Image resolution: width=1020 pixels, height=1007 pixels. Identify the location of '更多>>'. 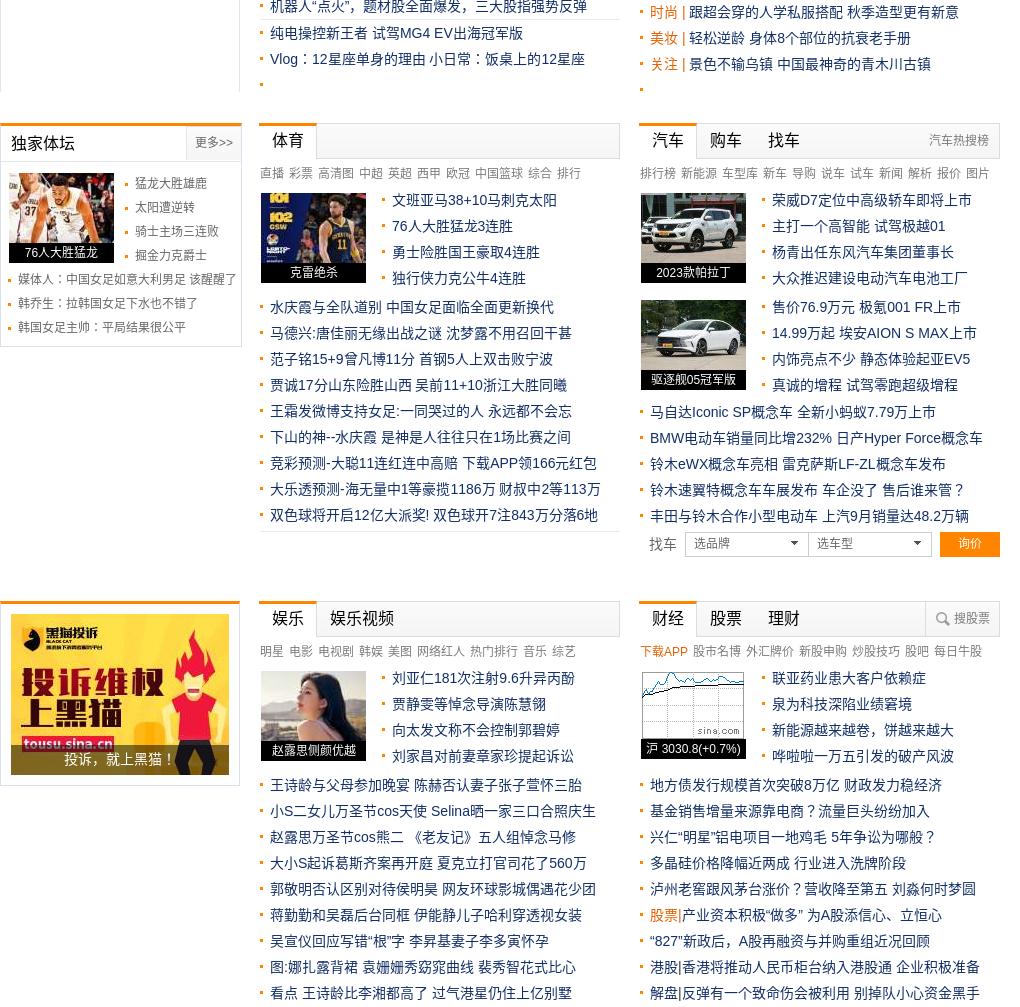
(212, 142).